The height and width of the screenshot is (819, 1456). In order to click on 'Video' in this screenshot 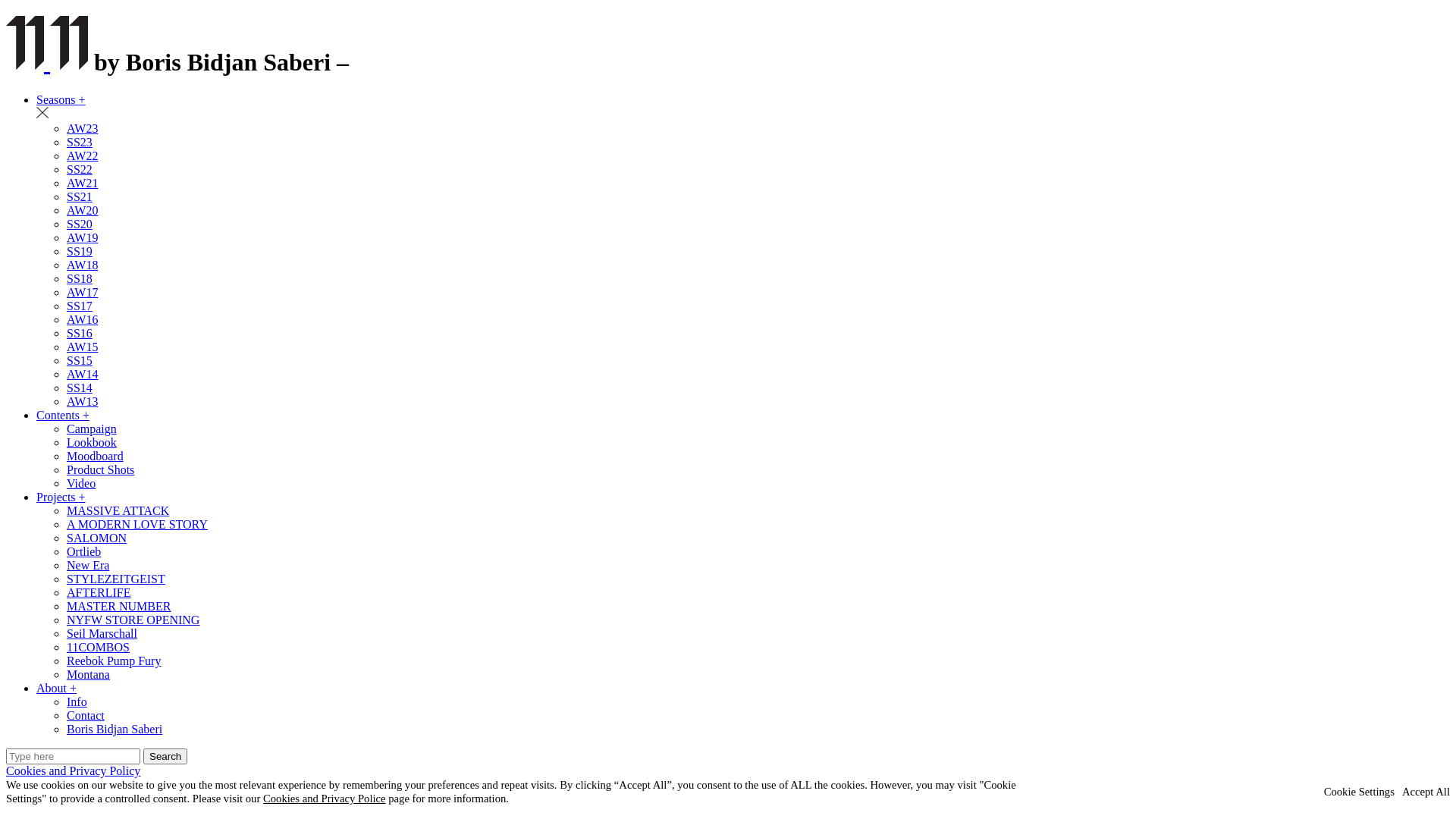, I will do `click(65, 483)`.